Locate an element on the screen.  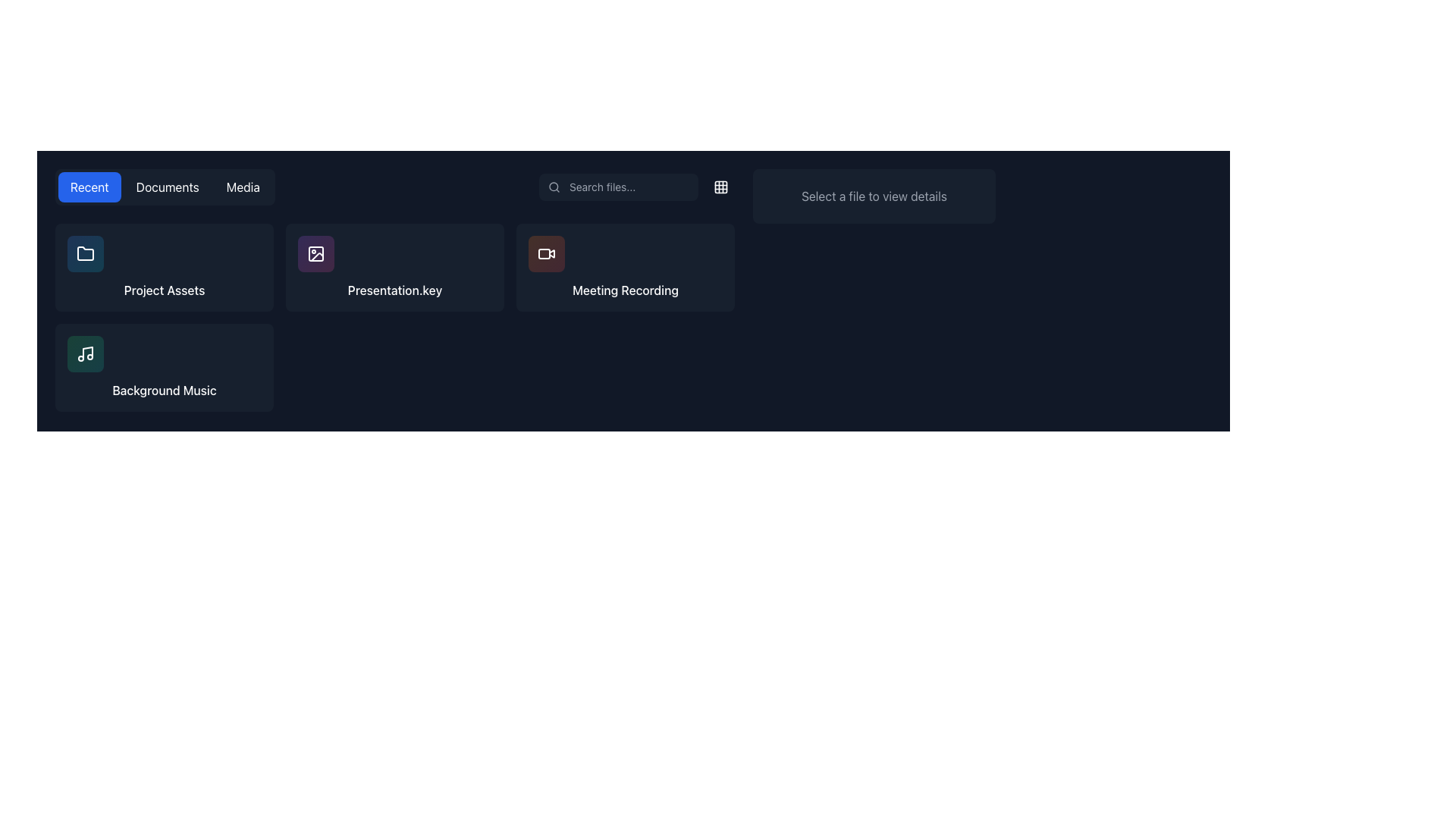
the music-related icon located in the first column and second row of the grid, directly below the 'Project Assets' icon is located at coordinates (85, 353).